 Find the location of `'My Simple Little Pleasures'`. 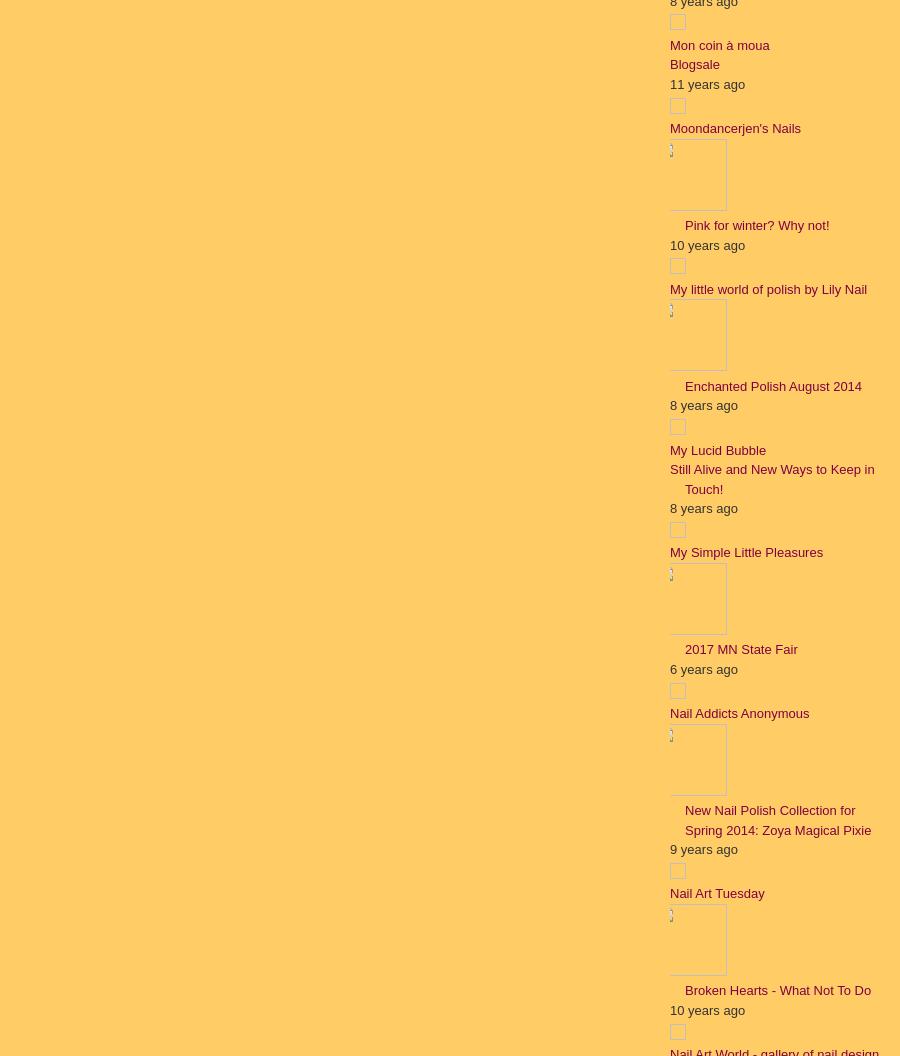

'My Simple Little Pleasures' is located at coordinates (745, 552).